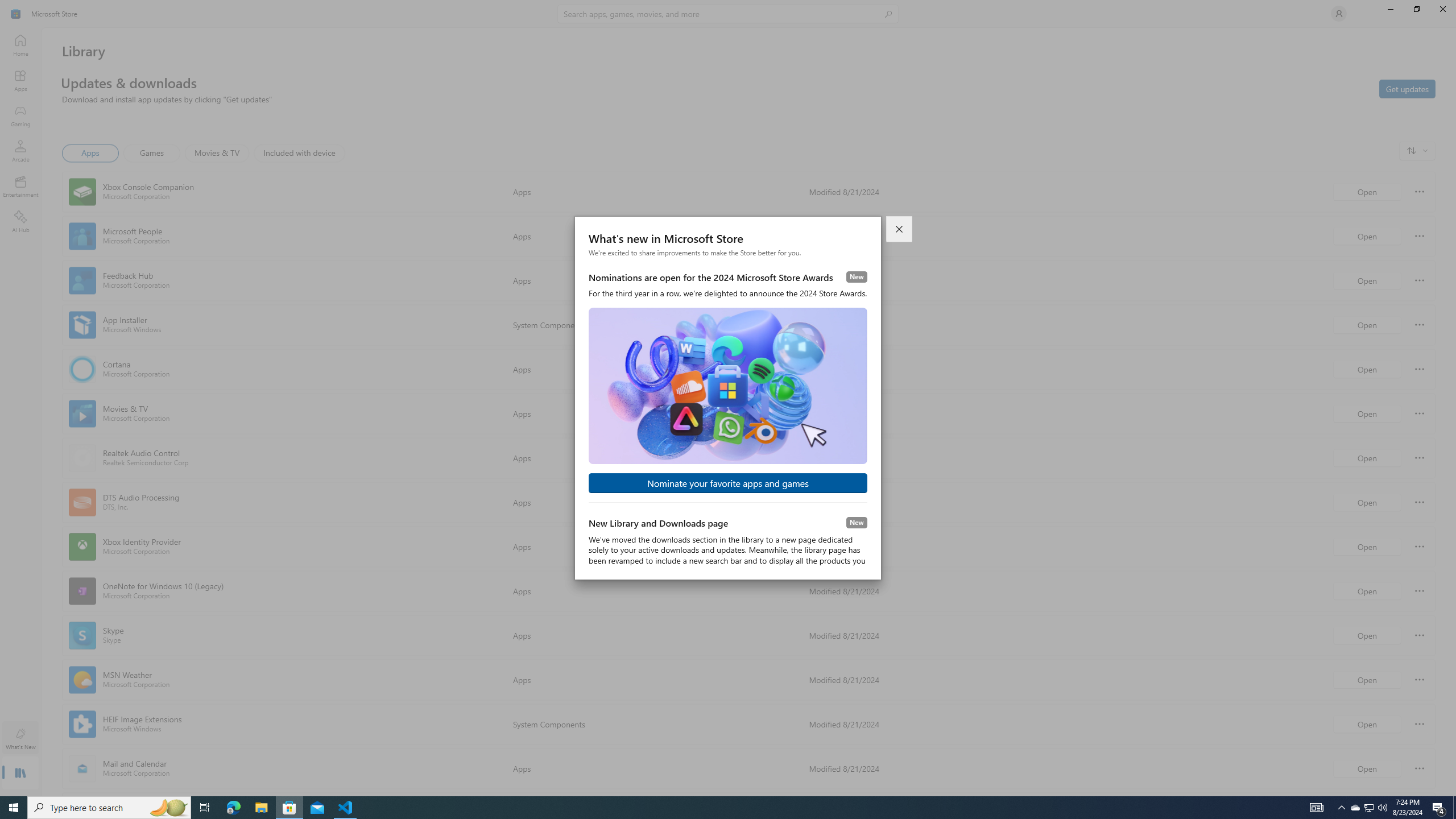  Describe the element at coordinates (1442, 9) in the screenshot. I see `'Close Microsoft Store'` at that location.